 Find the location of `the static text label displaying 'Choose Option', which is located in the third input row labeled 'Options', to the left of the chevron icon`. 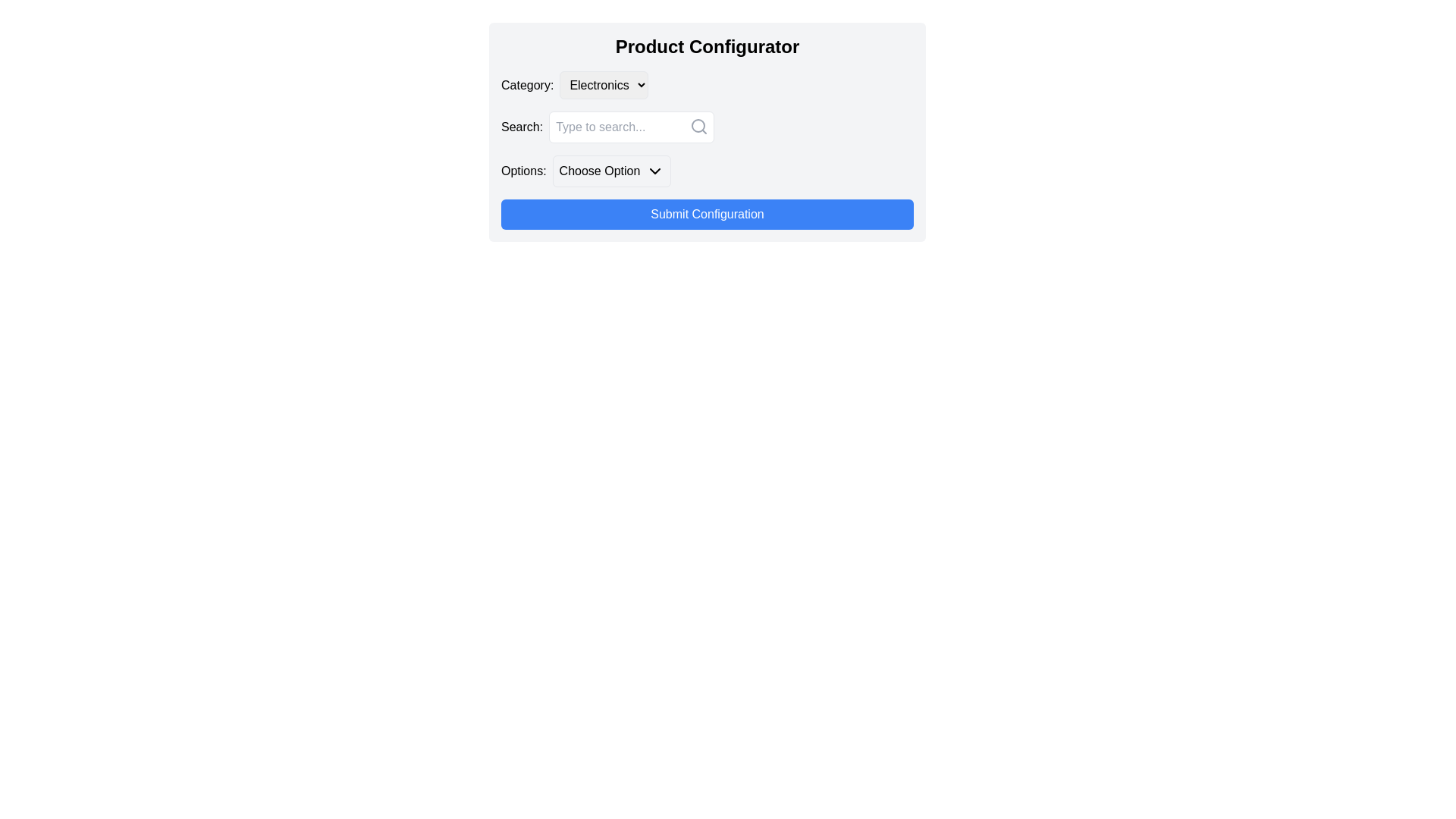

the static text label displaying 'Choose Option', which is located in the third input row labeled 'Options', to the left of the chevron icon is located at coordinates (599, 171).